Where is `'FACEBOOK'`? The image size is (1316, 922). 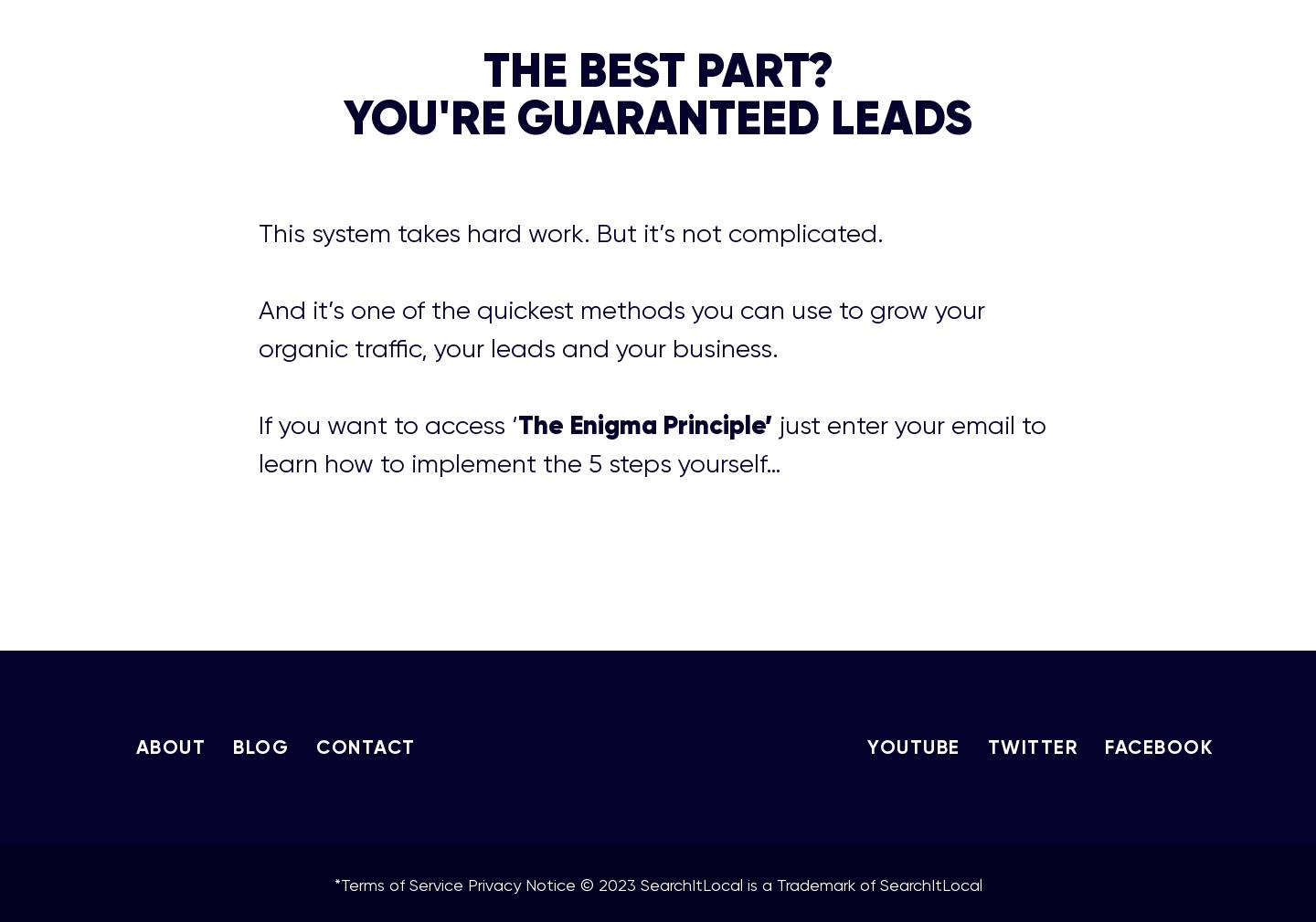 'FACEBOOK' is located at coordinates (1104, 746).